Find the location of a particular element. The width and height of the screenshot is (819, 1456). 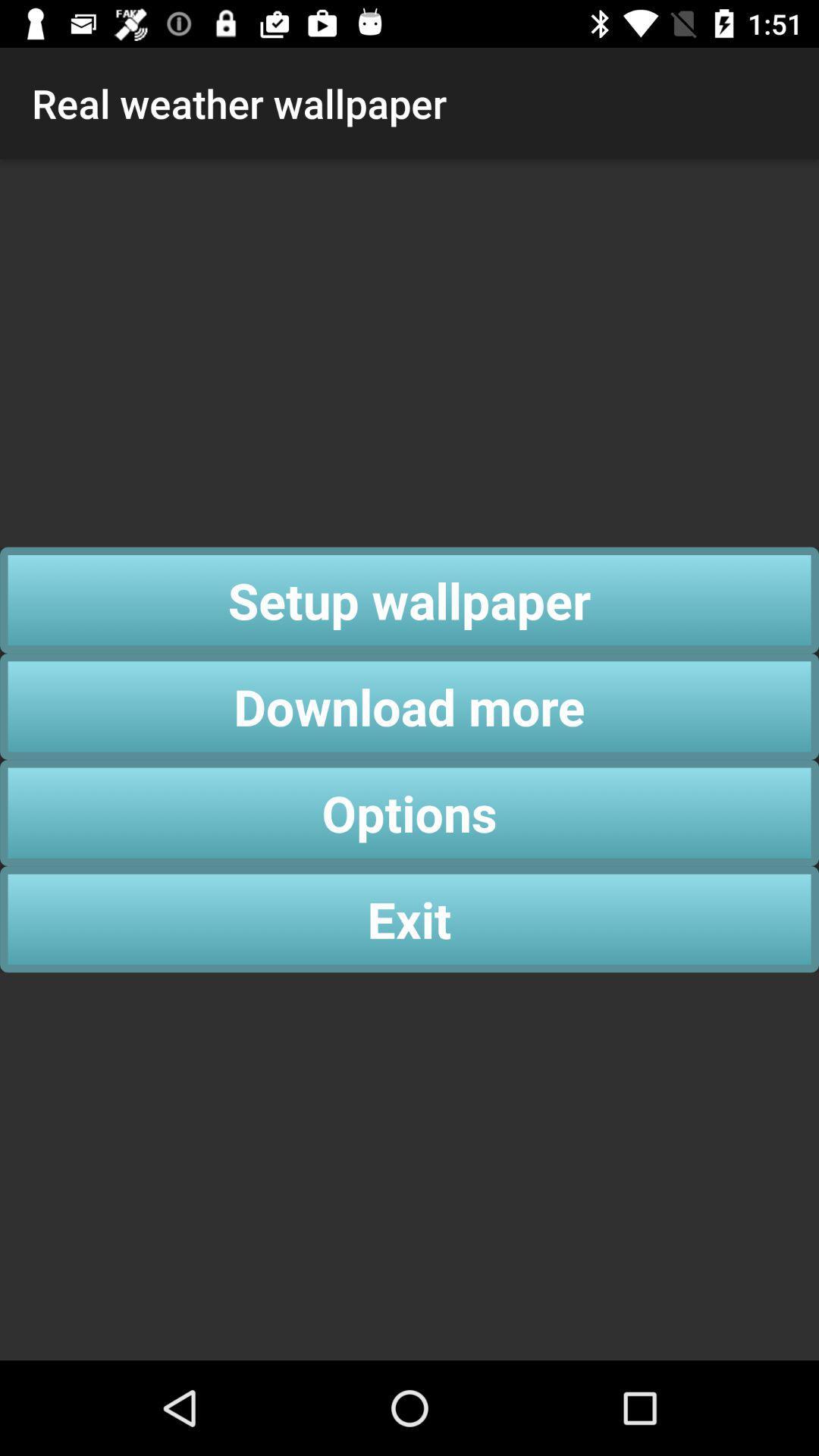

setup wallpaper item is located at coordinates (409, 599).